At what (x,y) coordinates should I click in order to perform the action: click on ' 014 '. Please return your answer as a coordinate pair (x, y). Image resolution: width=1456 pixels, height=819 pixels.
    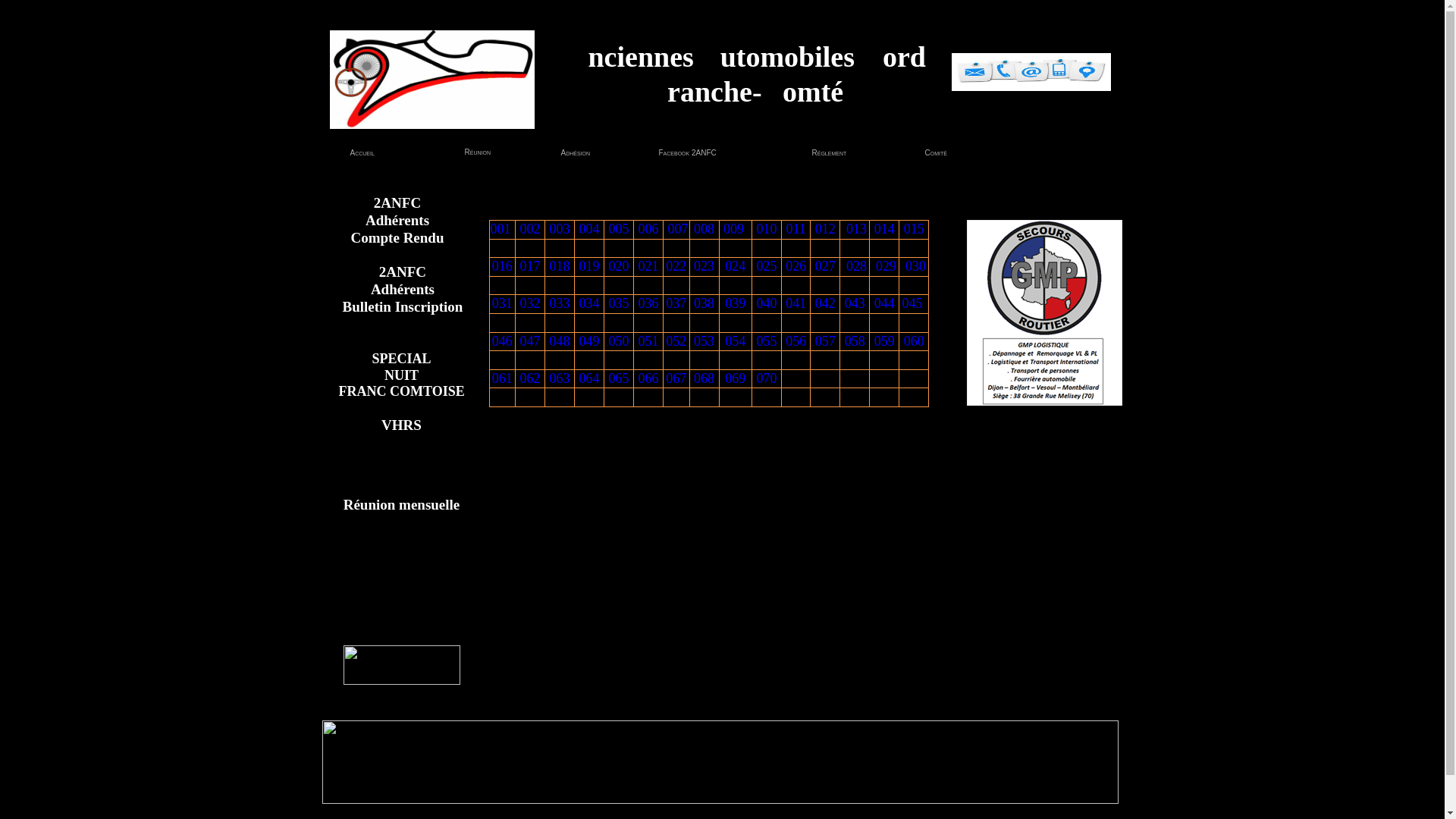
    Looking at the image, I should click on (884, 228).